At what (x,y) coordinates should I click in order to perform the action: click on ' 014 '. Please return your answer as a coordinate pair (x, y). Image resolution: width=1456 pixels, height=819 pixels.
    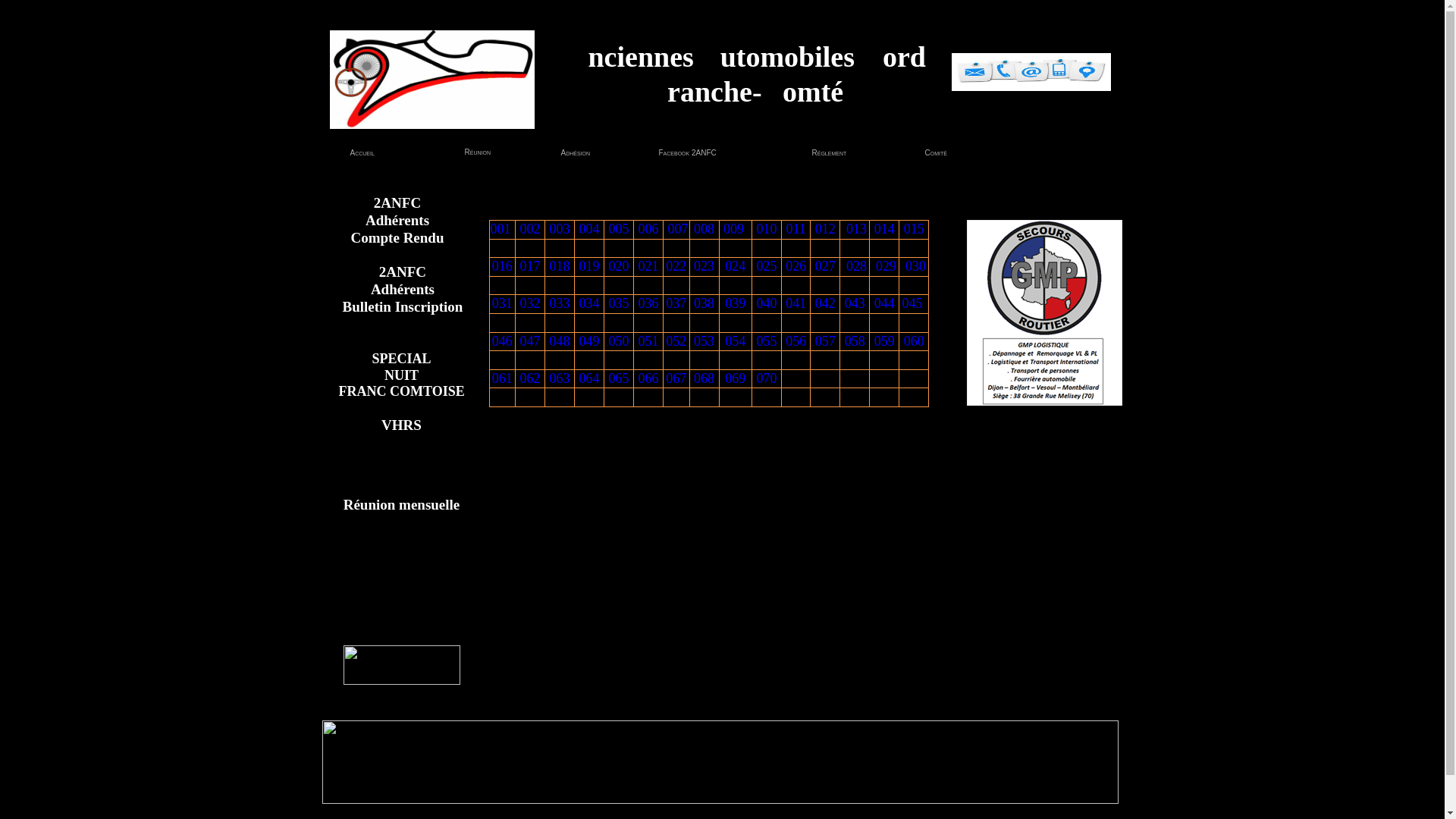
    Looking at the image, I should click on (884, 228).